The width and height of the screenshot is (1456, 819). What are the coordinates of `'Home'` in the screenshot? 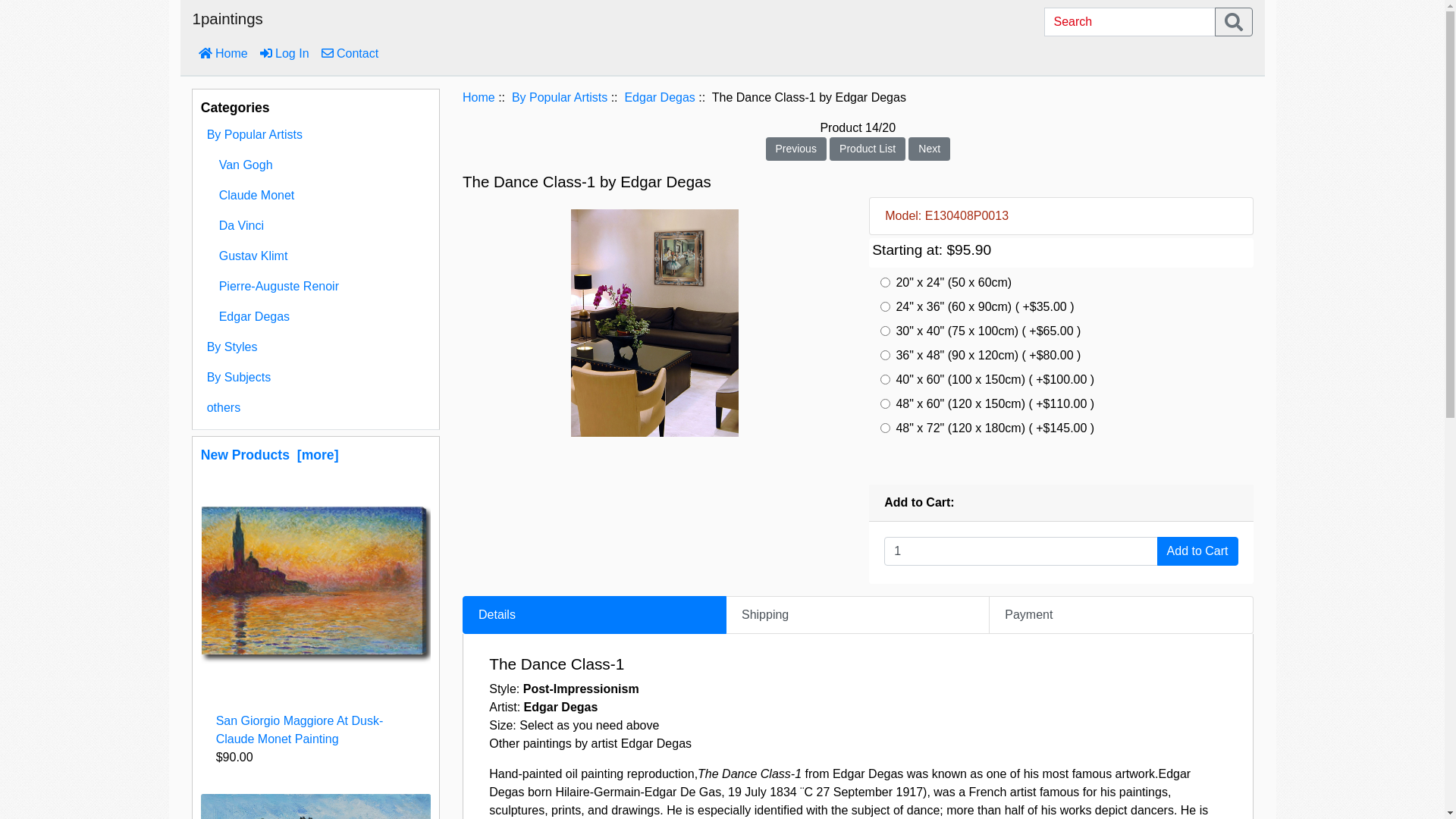 It's located at (222, 52).